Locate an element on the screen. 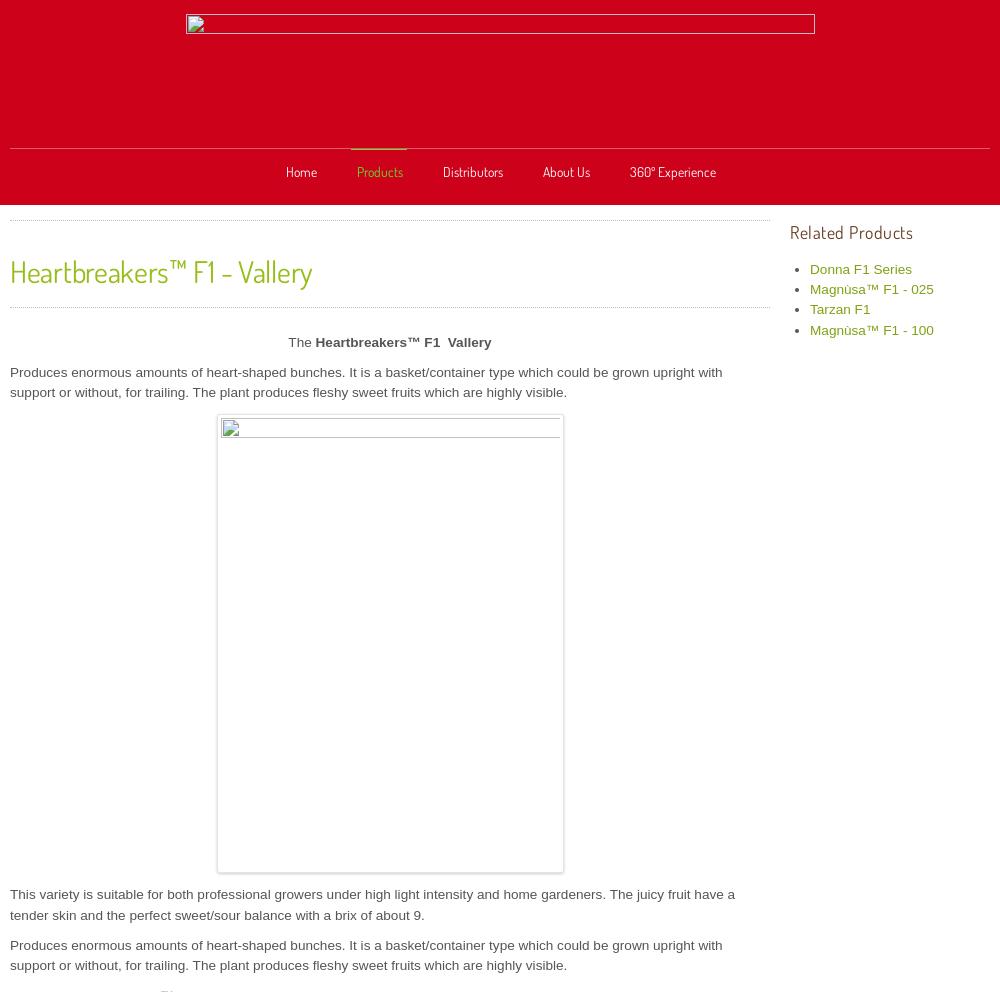 This screenshot has width=1000, height=992. 'Home' is located at coordinates (301, 170).